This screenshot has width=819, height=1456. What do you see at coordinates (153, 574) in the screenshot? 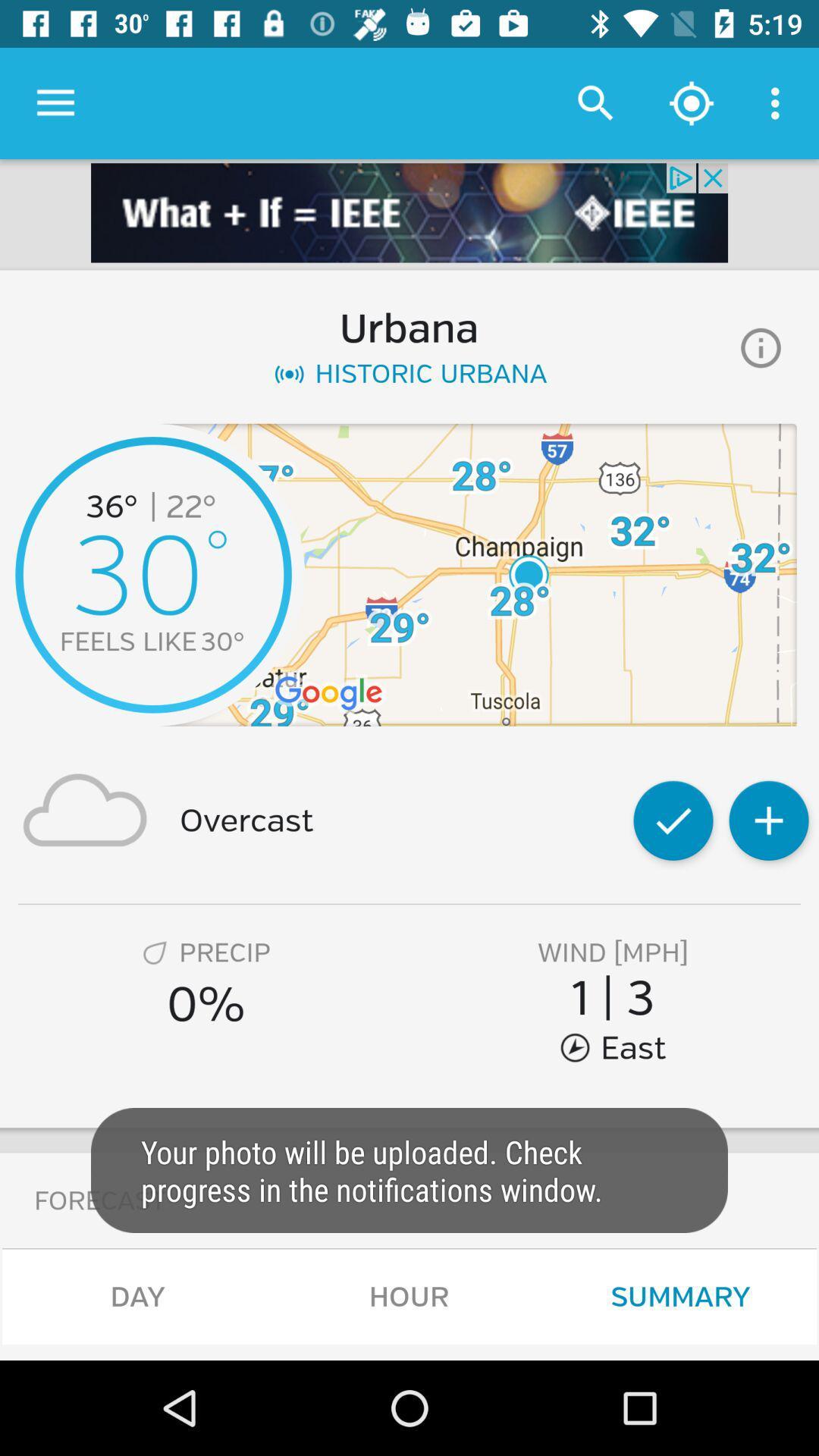
I see `the blue colored circle with number 30` at bounding box center [153, 574].